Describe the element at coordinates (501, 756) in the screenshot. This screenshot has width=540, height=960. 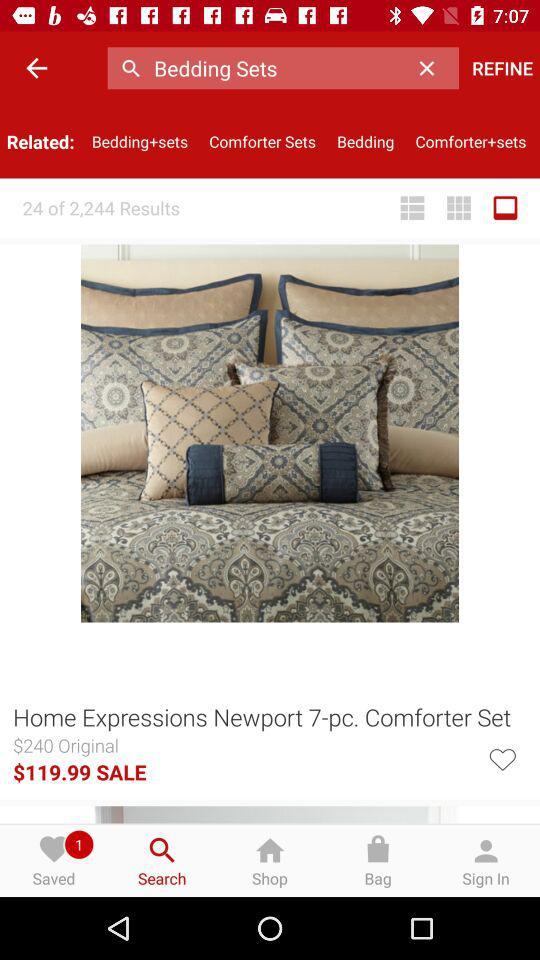
I see `the item to the right of the $119.99 sale icon` at that location.